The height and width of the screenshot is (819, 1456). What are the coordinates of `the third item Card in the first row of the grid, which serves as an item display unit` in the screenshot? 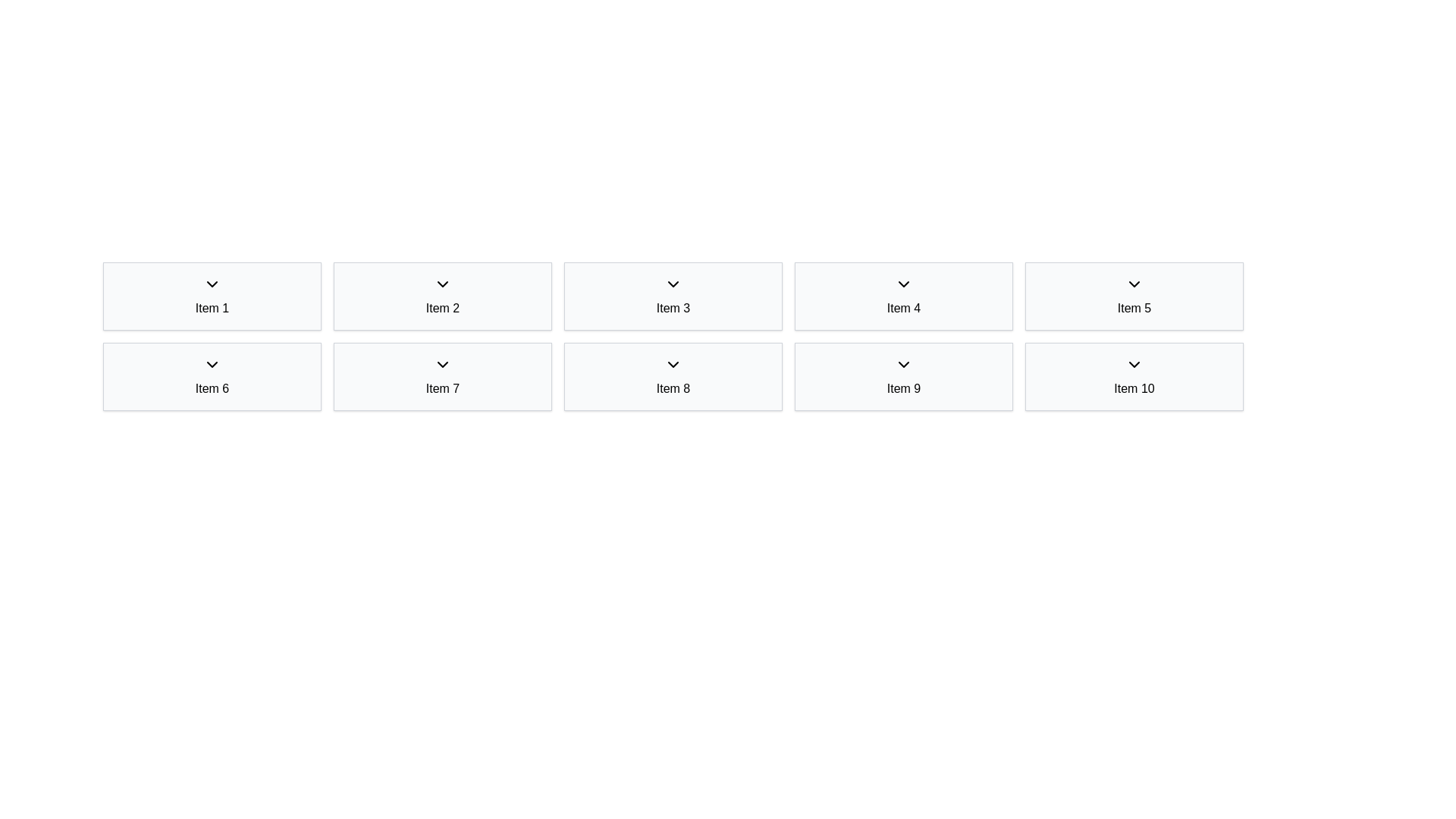 It's located at (673, 296).